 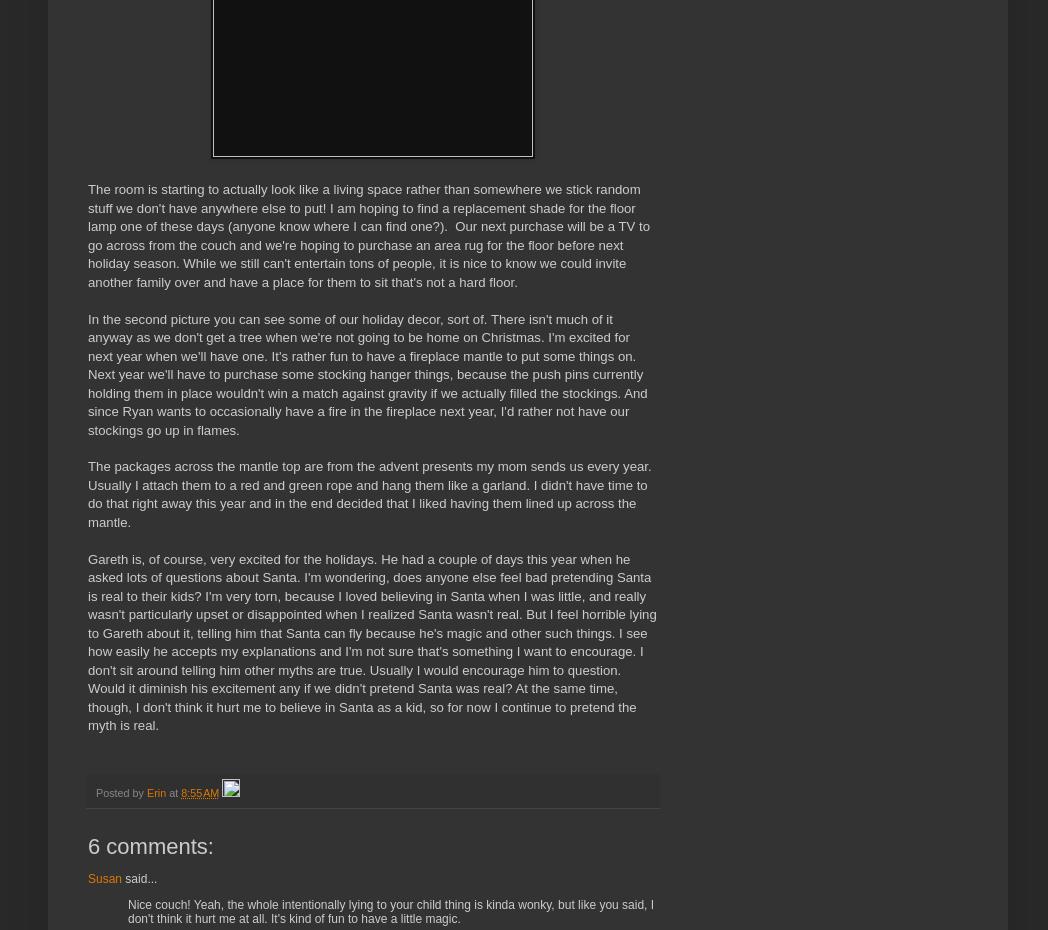 What do you see at coordinates (368, 493) in the screenshot?
I see `'The packages across the mantle top are from the advent presents my mom sends us every year. Usually I attach them to a red and green rope and hang them like a garland. I didn't have time to do that right away this year and in the end decided that I liked having them lined up across the mantle.'` at bounding box center [368, 493].